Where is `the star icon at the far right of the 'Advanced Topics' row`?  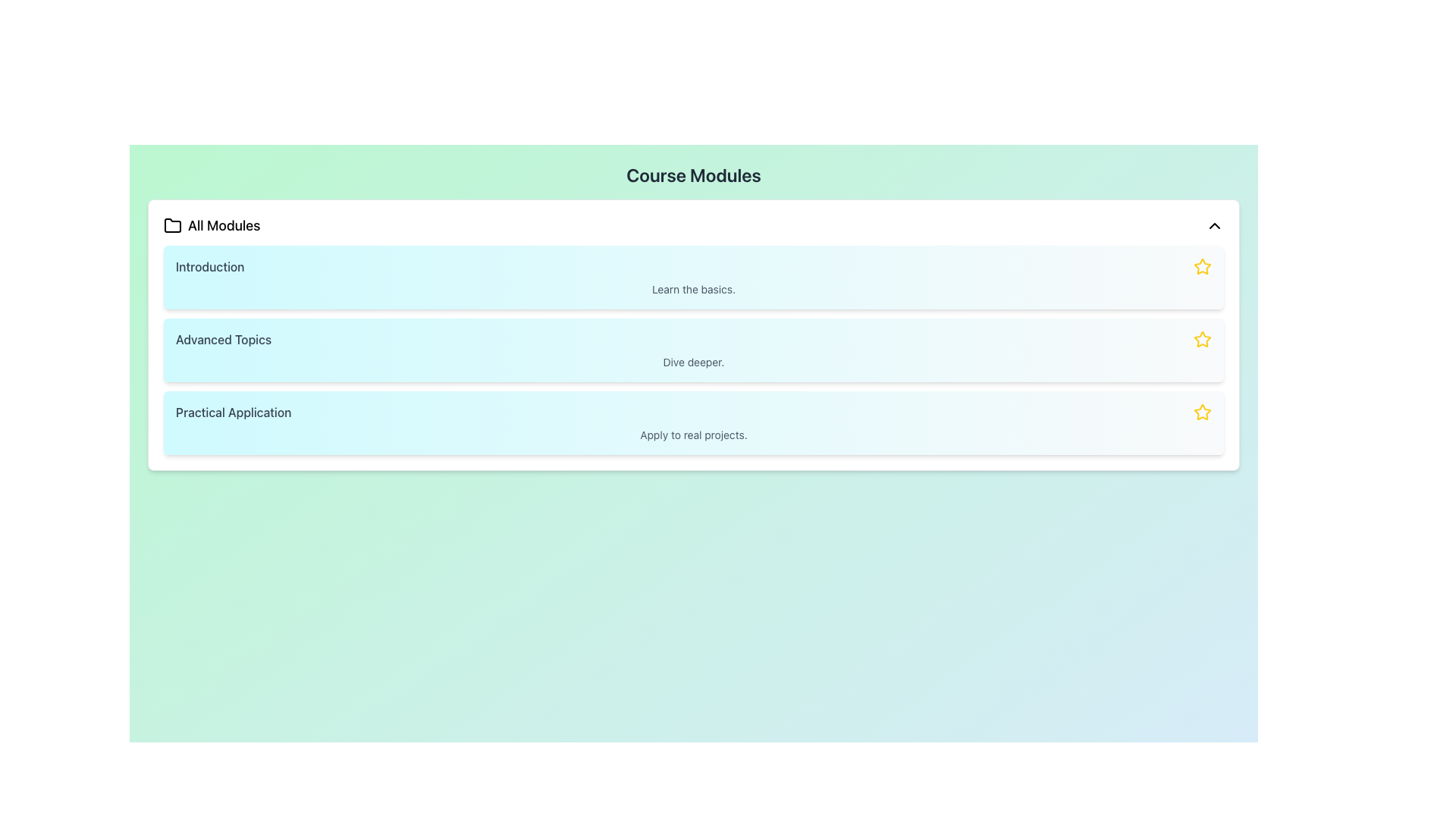 the star icon at the far right of the 'Advanced Topics' row is located at coordinates (1201, 338).